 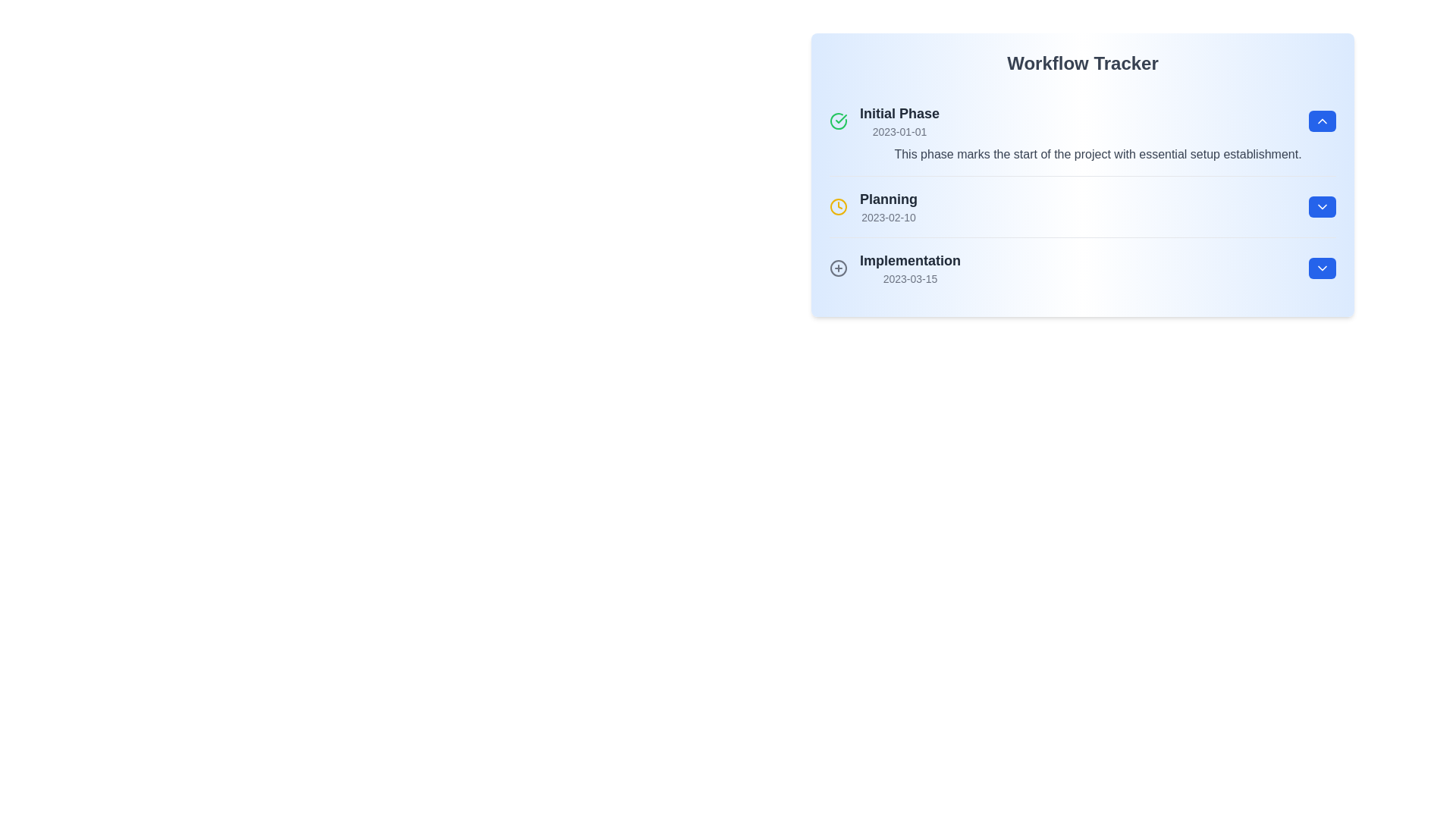 What do you see at coordinates (910, 268) in the screenshot?
I see `the 'Implementation' text label in the Workflow Tracker section` at bounding box center [910, 268].